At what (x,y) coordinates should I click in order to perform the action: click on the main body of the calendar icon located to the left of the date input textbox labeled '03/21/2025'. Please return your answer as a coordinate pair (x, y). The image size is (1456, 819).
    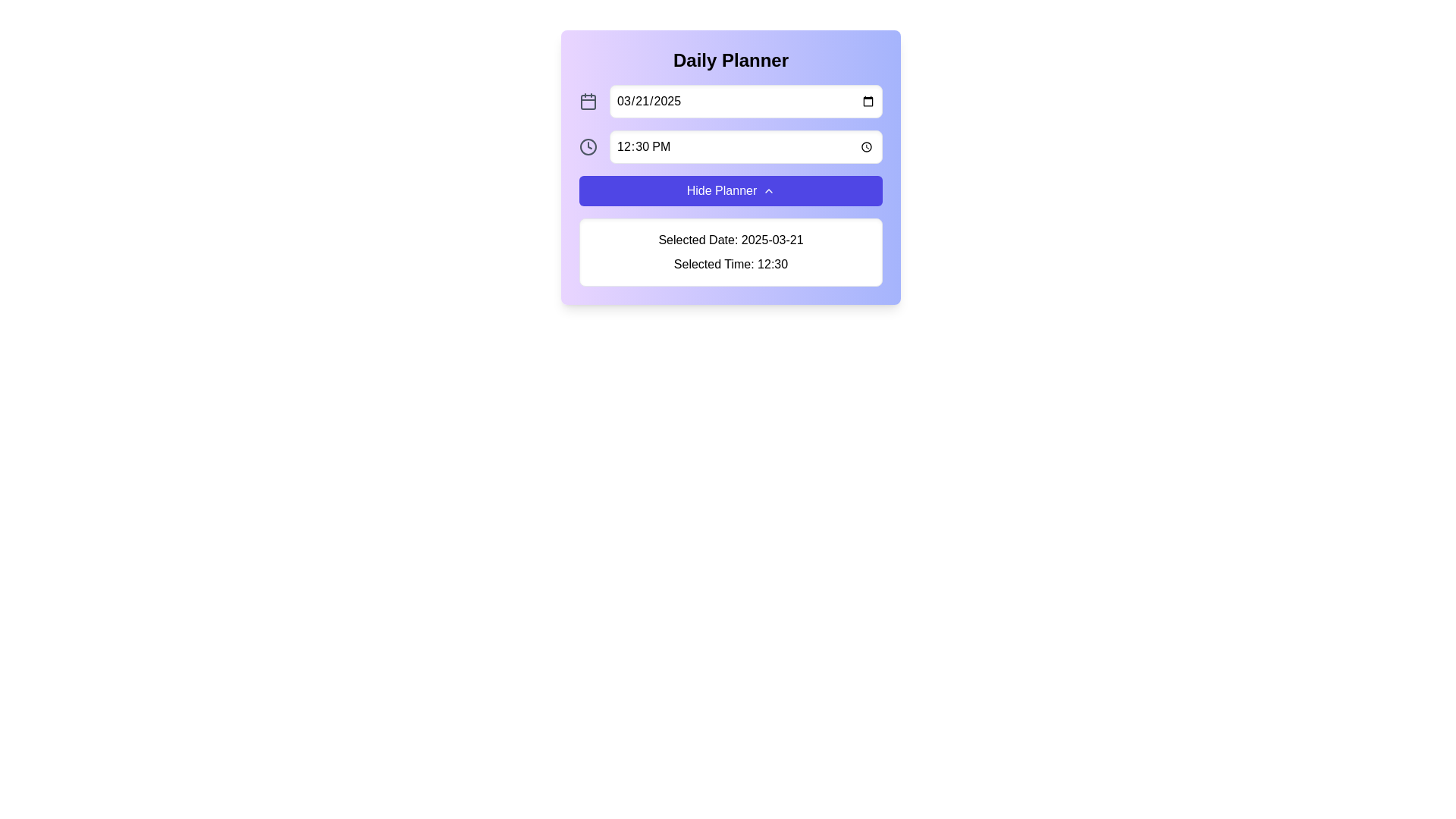
    Looking at the image, I should click on (588, 102).